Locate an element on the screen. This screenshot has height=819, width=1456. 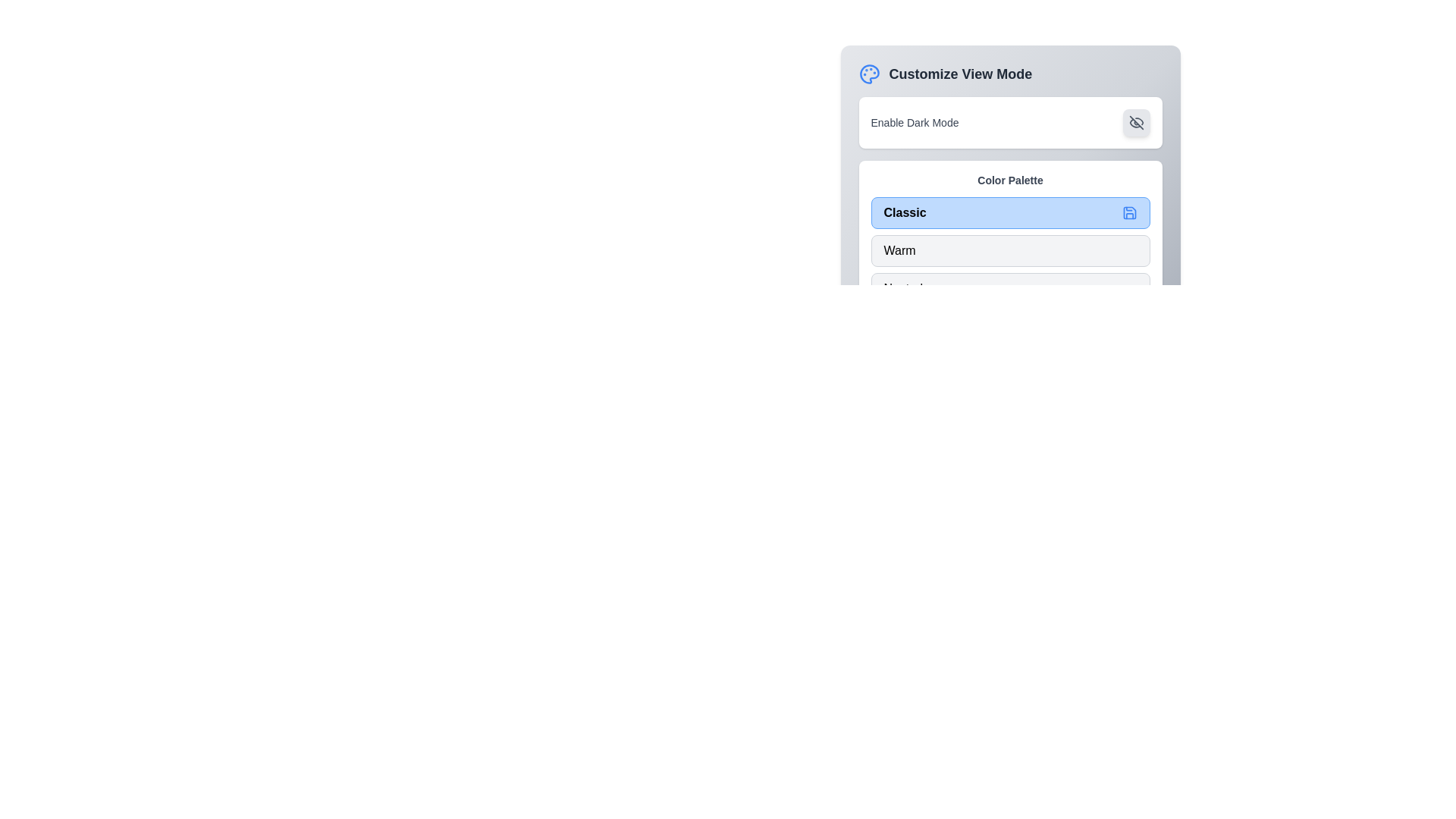
the 'Warm' theme button, which is the second button in a vertical list of theme options, to apply the warm theme settings is located at coordinates (1010, 250).